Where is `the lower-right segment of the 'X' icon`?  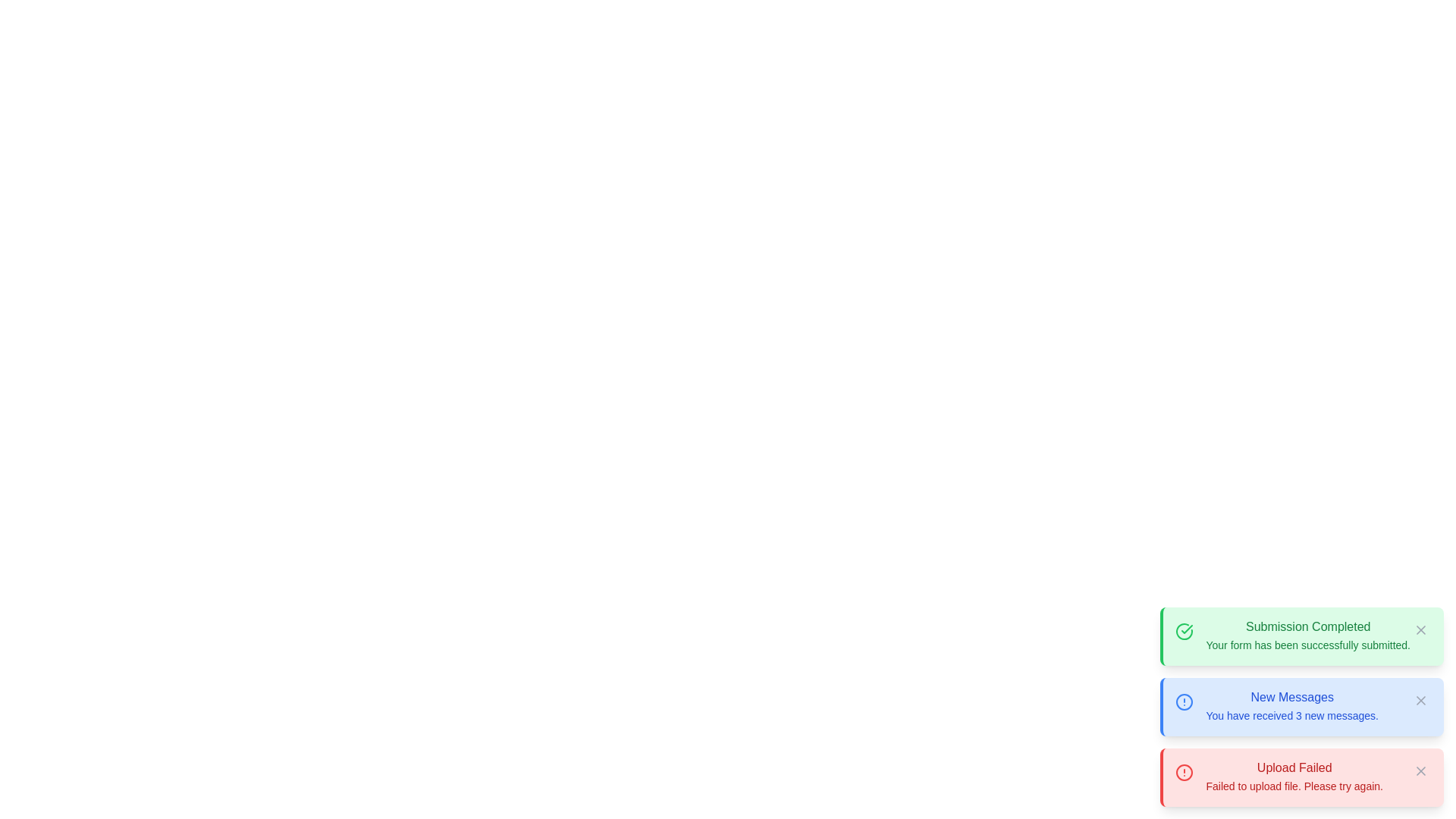
the lower-right segment of the 'X' icon is located at coordinates (1420, 701).